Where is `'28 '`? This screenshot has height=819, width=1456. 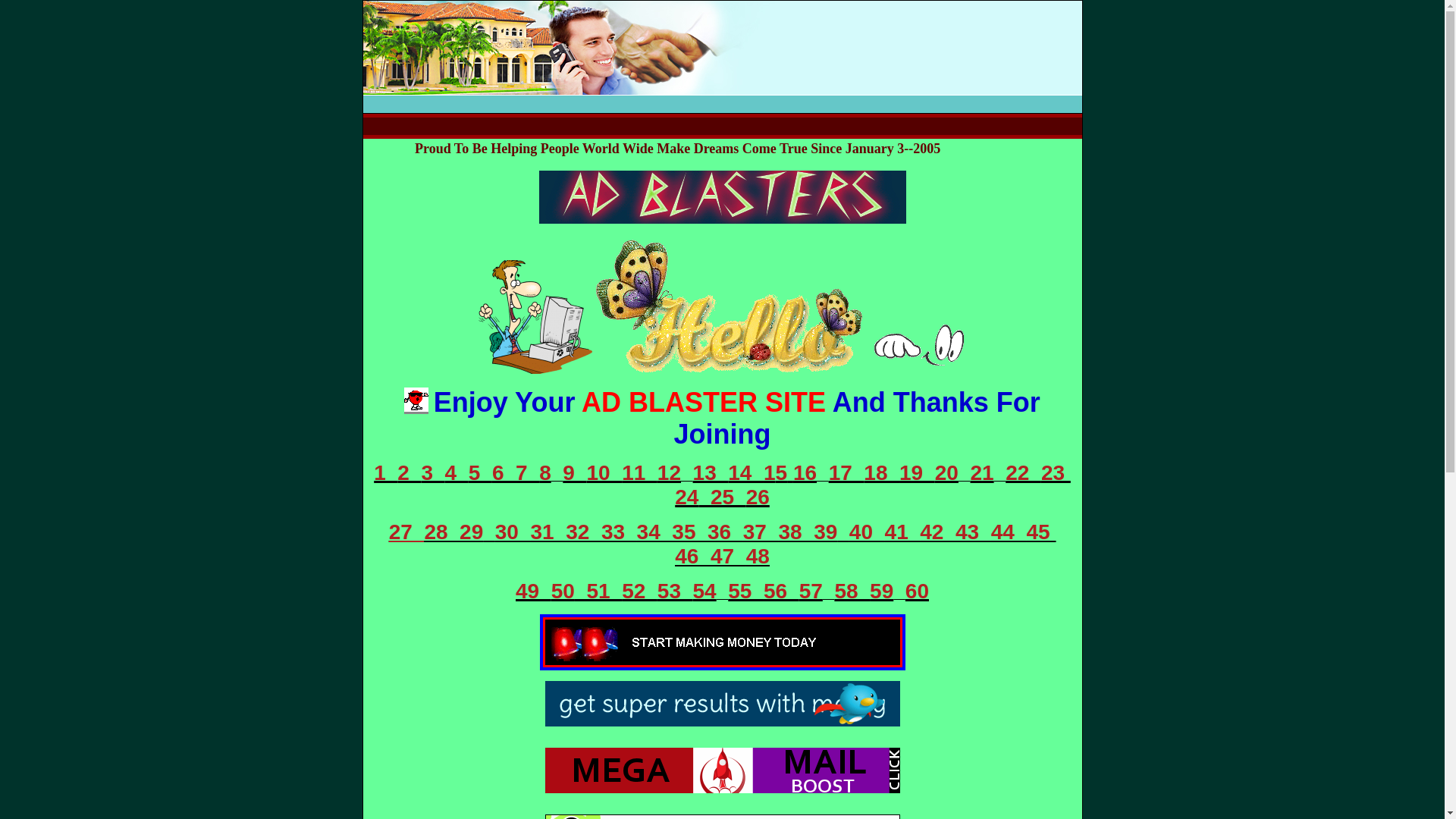 '28 ' is located at coordinates (441, 531).